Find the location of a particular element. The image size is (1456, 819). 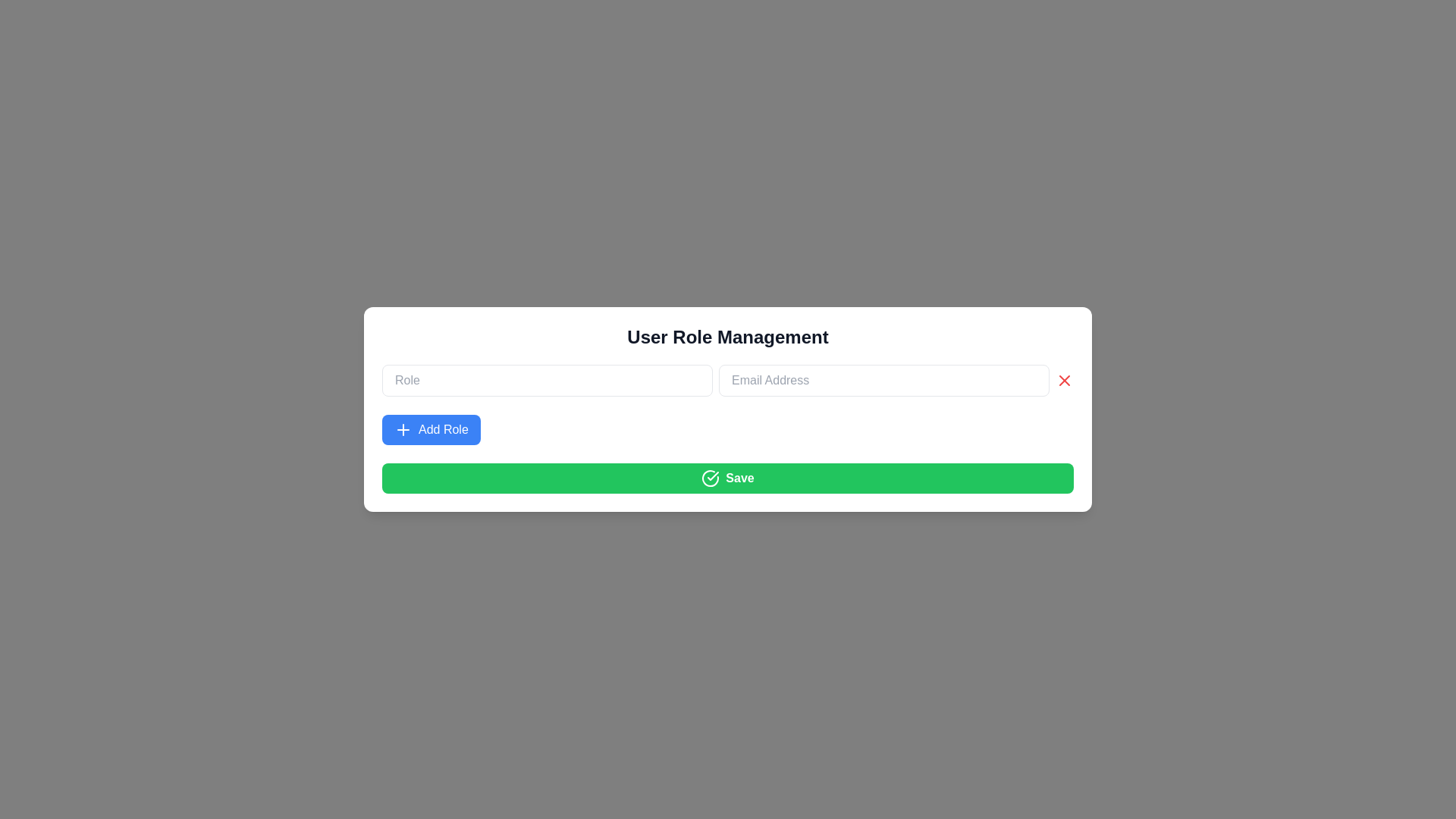

the green 'Save' button with a white checkmark icon at the bottom of the card is located at coordinates (728, 479).